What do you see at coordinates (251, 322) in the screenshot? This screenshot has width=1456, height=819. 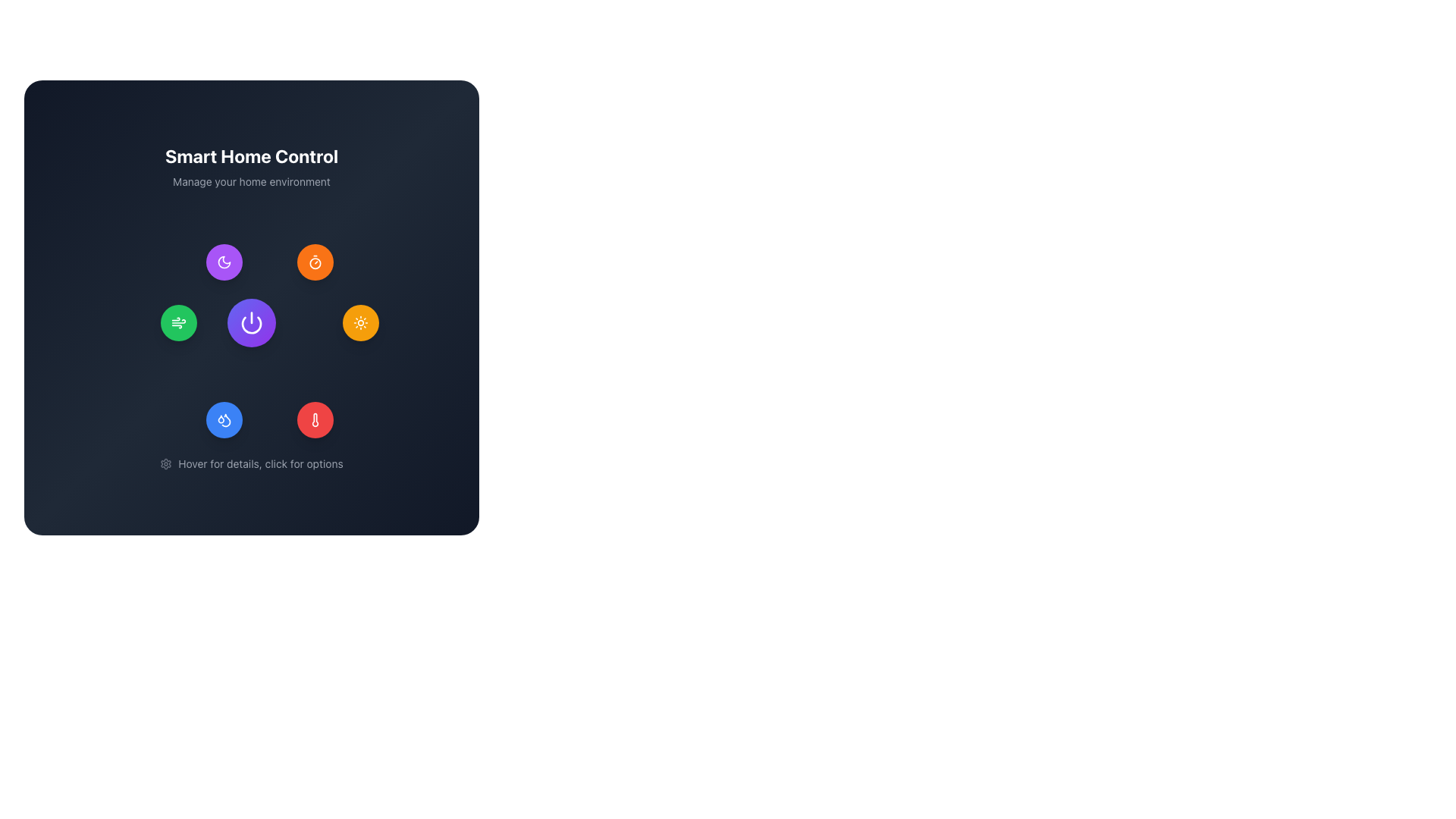 I see `the power icon button located centrally among a circular group of buttons` at bounding box center [251, 322].